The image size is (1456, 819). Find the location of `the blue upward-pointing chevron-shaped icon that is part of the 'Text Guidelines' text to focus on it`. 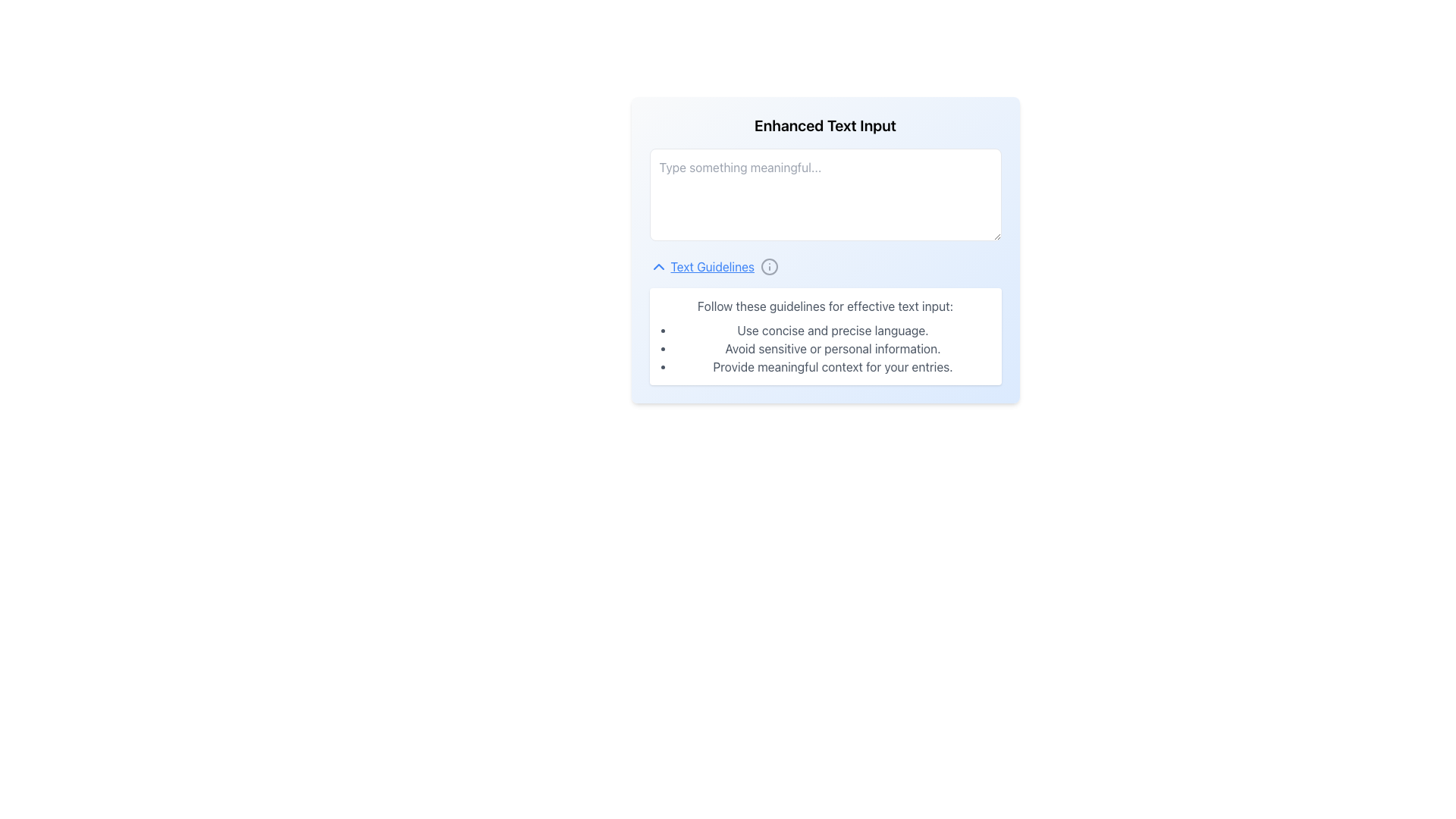

the blue upward-pointing chevron-shaped icon that is part of the 'Text Guidelines' text to focus on it is located at coordinates (658, 265).